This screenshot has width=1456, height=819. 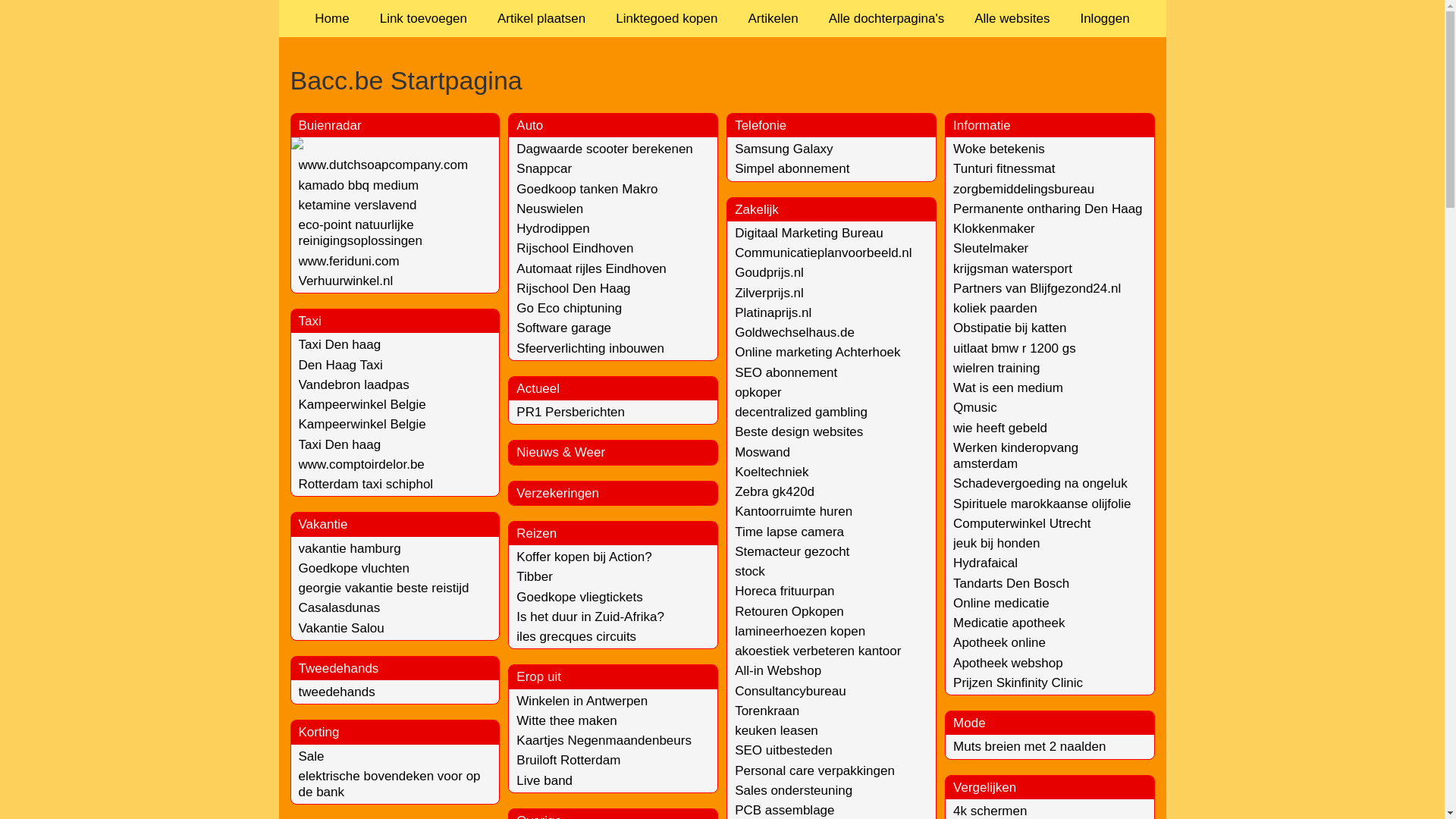 What do you see at coordinates (568, 307) in the screenshot?
I see `'Go Eco chiptuning'` at bounding box center [568, 307].